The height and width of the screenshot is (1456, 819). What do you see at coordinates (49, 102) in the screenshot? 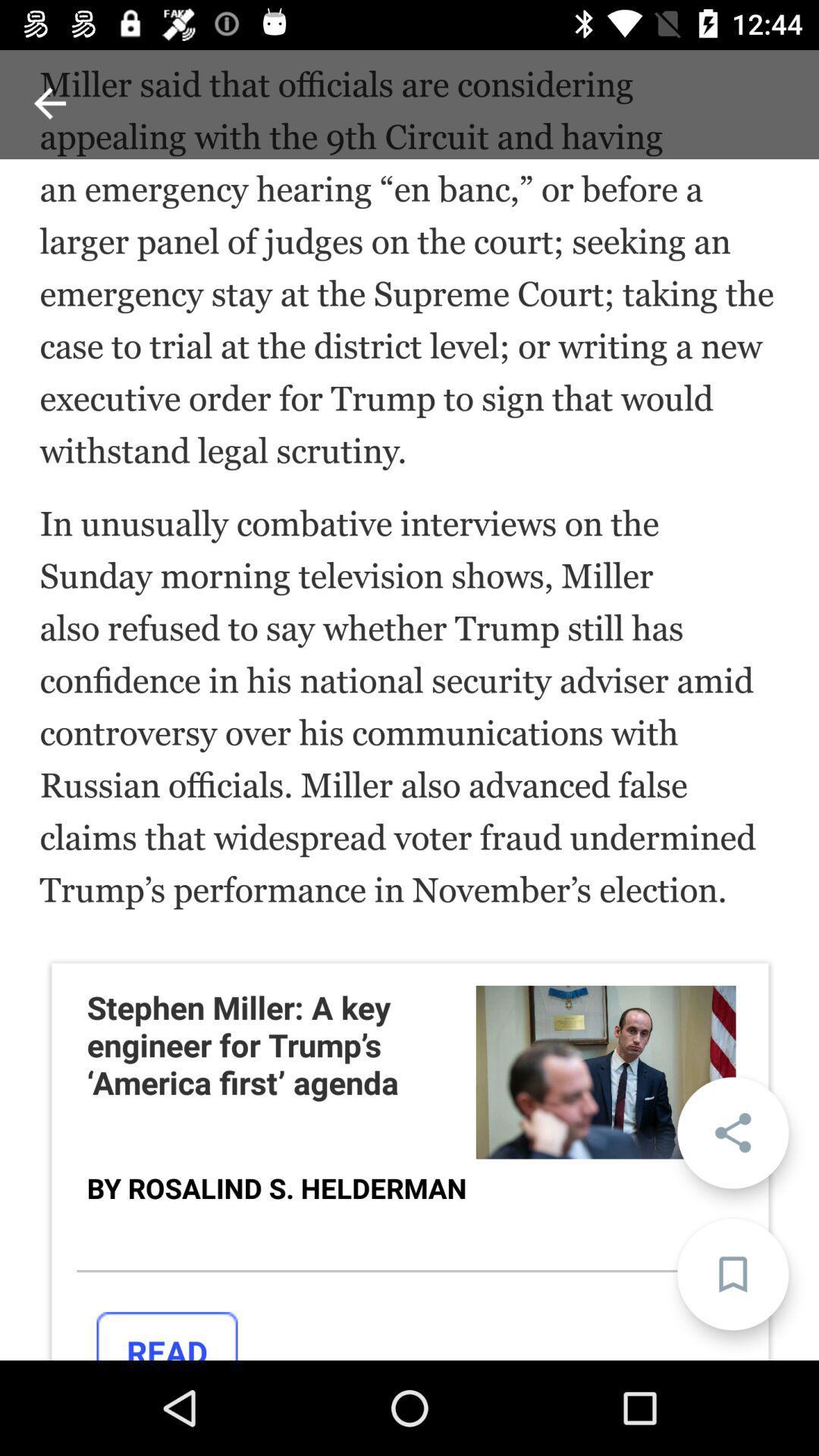
I see `the arrow_backward icon` at bounding box center [49, 102].